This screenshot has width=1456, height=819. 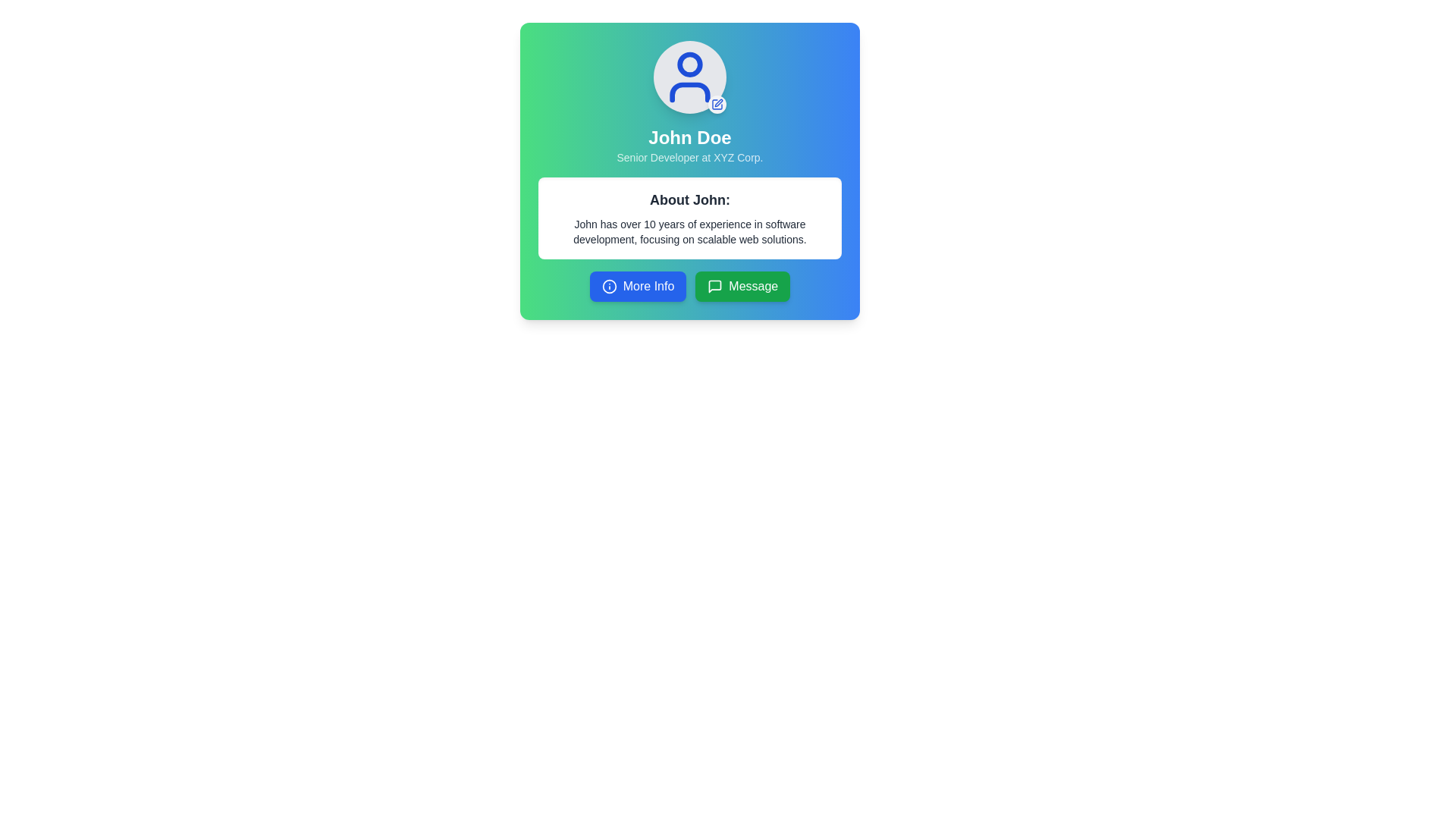 I want to click on the edit icon, which is a small blue pen drawing a square located at the top-right corner of the profile picture in the card layout, to initiate editing, so click(x=716, y=104).